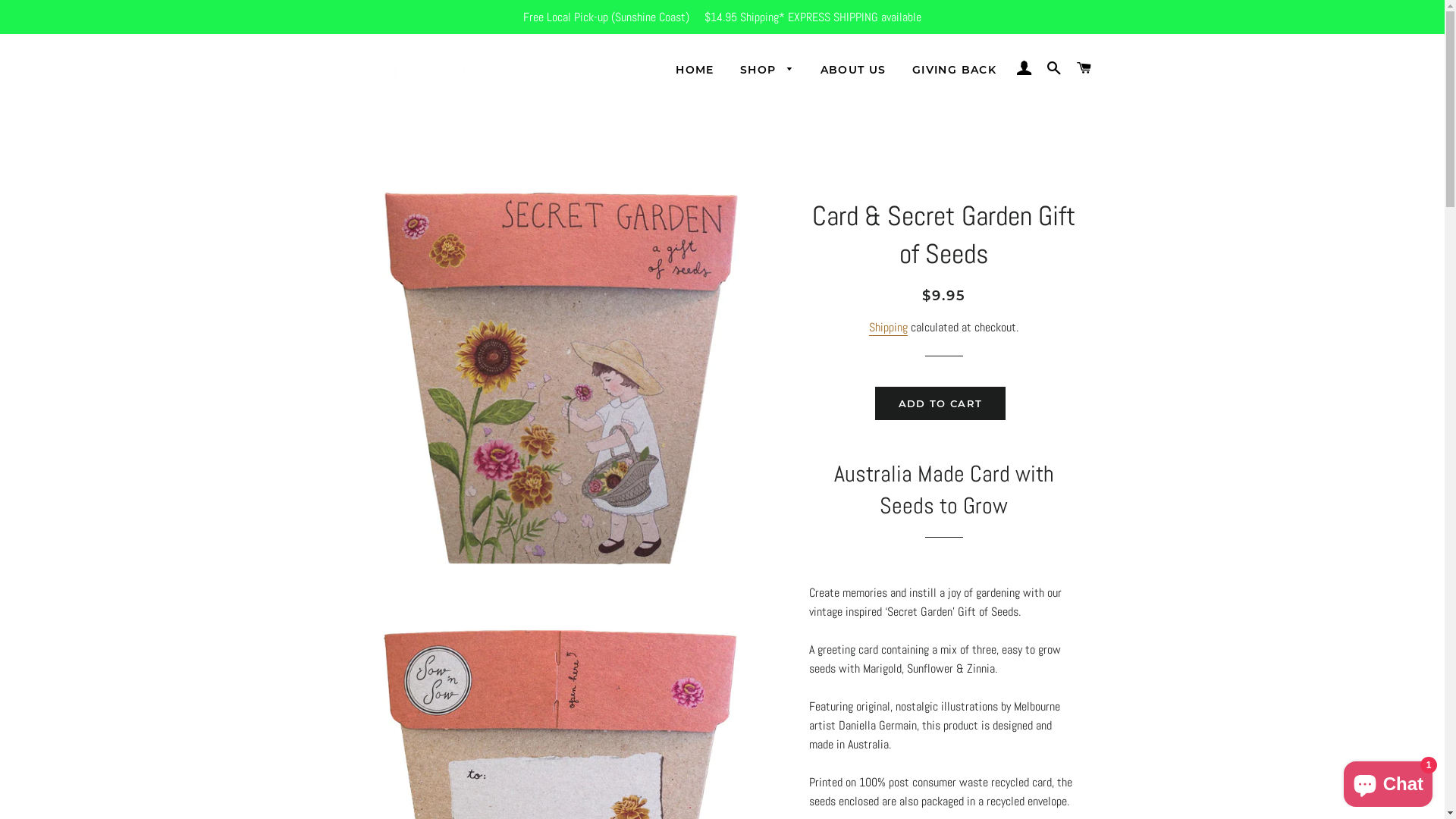 Image resolution: width=1456 pixels, height=819 pixels. I want to click on 'Shopify online store chat', so click(1339, 780).